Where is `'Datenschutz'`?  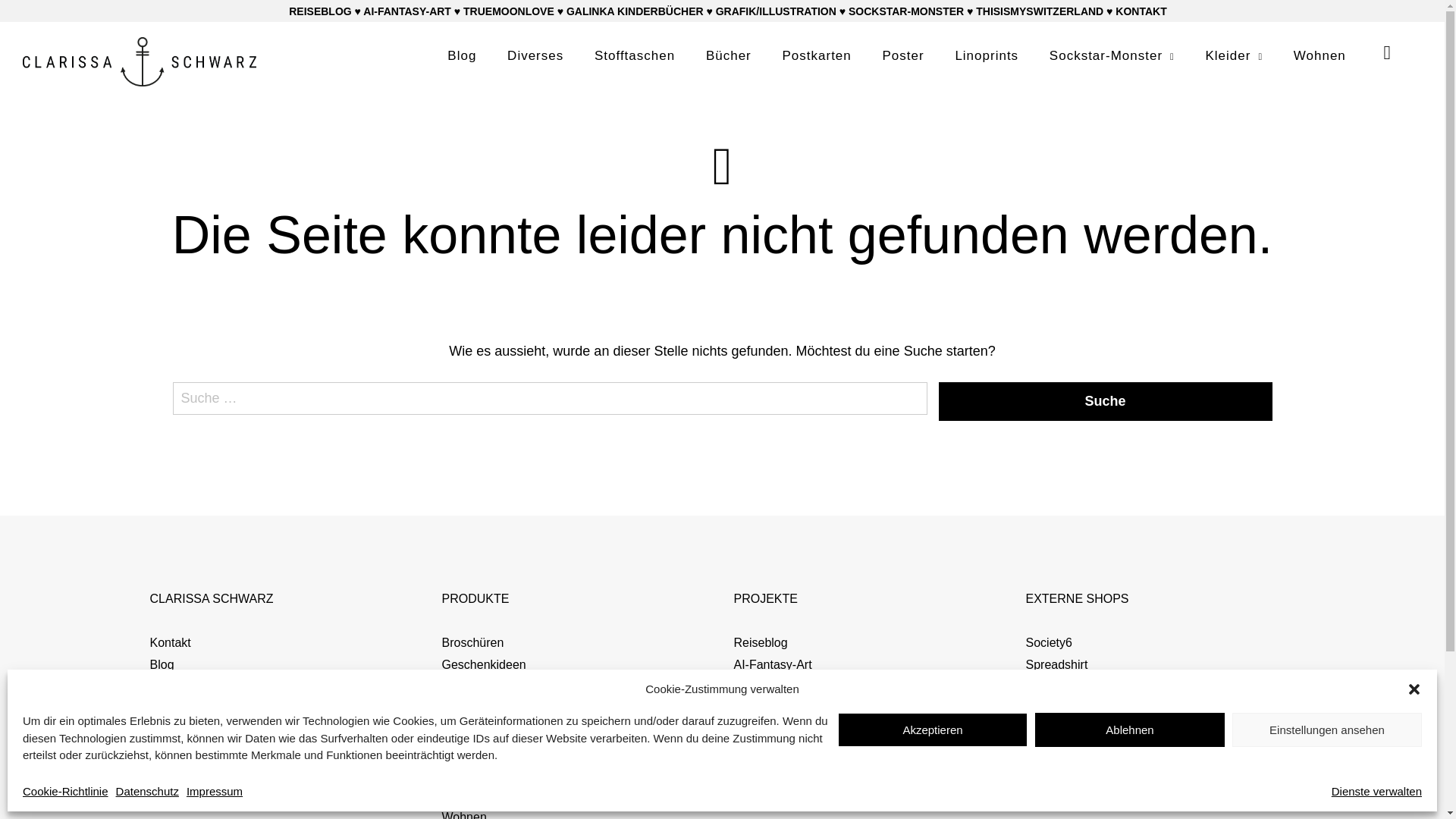
'Datenschutz' is located at coordinates (147, 790).